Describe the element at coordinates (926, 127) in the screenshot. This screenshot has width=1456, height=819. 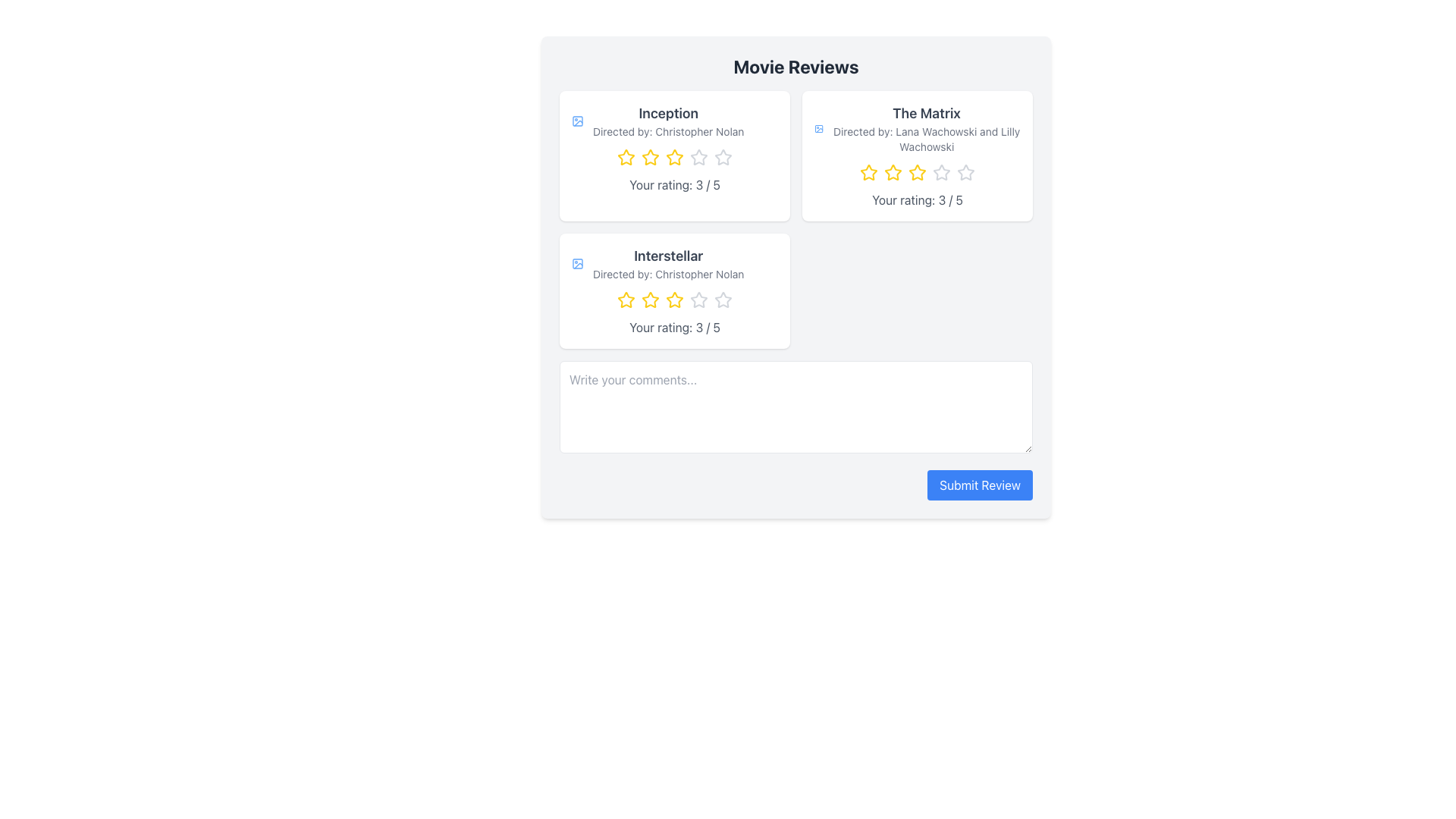
I see `the Text Block that displays the title and director information of the movie 'The Matrix', located in the top-right card of the 'Movie Reviews' section` at that location.